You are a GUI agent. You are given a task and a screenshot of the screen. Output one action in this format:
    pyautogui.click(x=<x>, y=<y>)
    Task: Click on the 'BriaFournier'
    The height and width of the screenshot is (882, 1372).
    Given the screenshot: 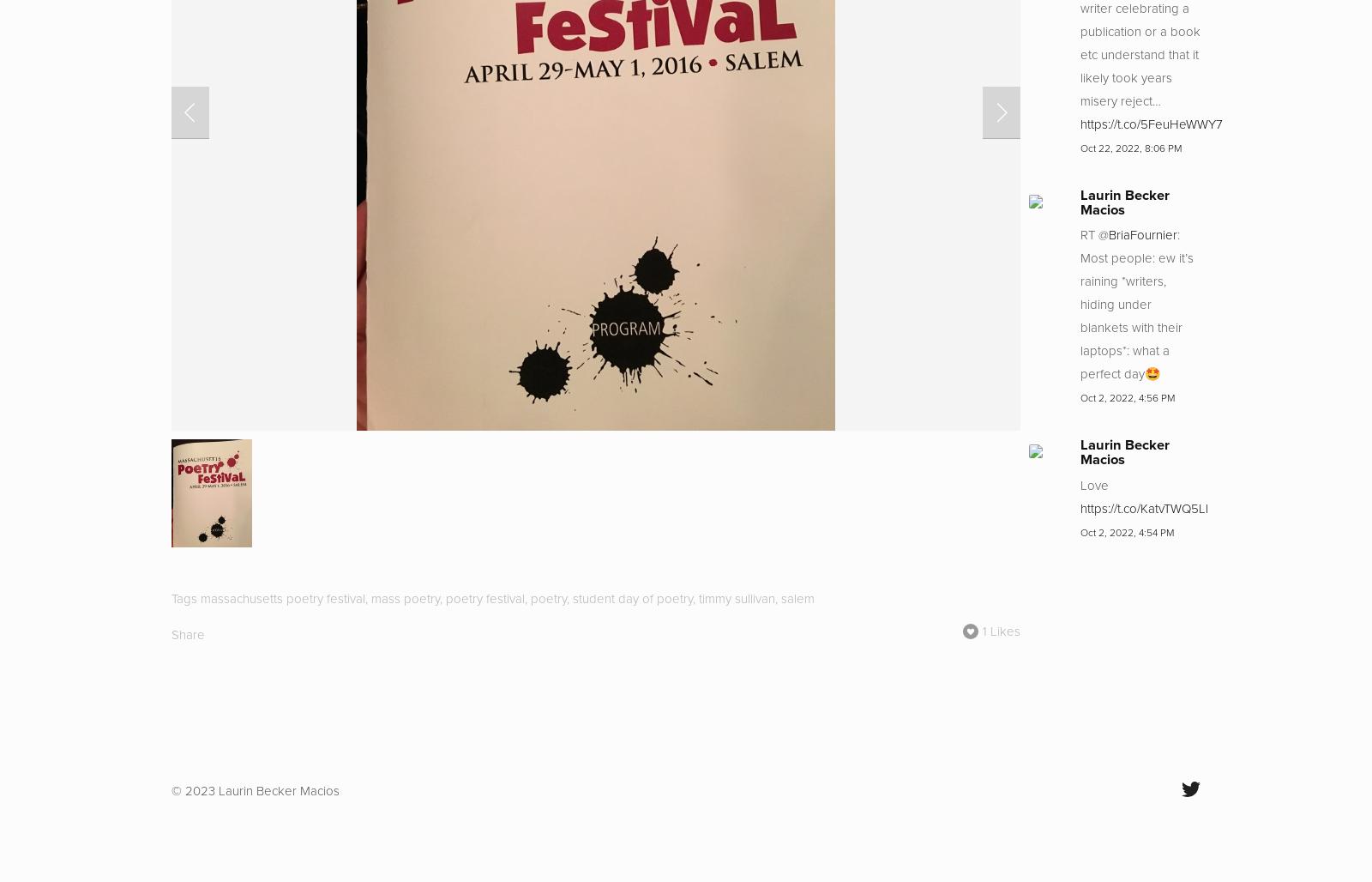 What is the action you would take?
    pyautogui.click(x=1141, y=234)
    